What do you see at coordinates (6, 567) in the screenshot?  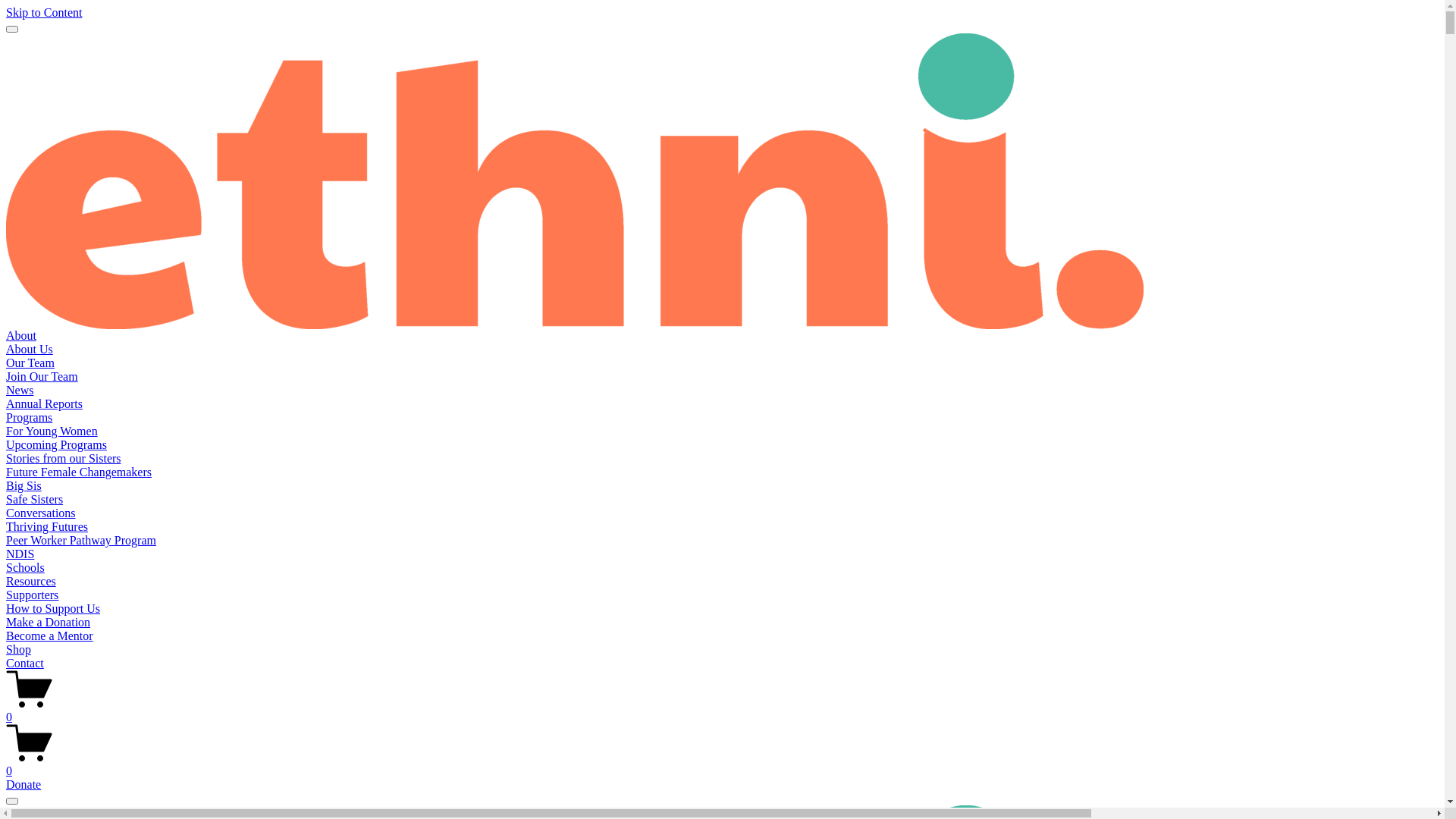 I see `'Schools'` at bounding box center [6, 567].